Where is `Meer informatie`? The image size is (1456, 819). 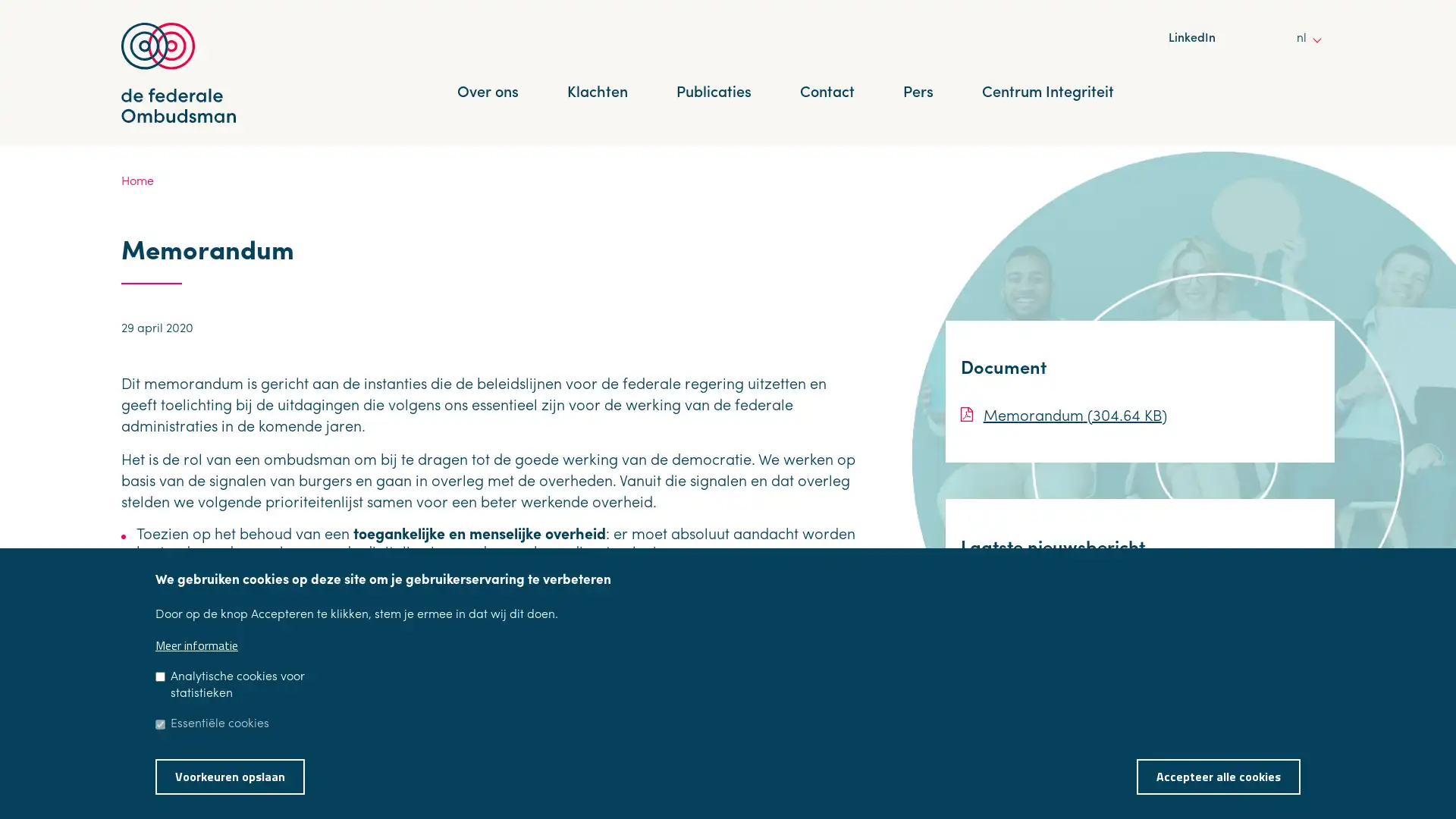 Meer informatie is located at coordinates (196, 645).